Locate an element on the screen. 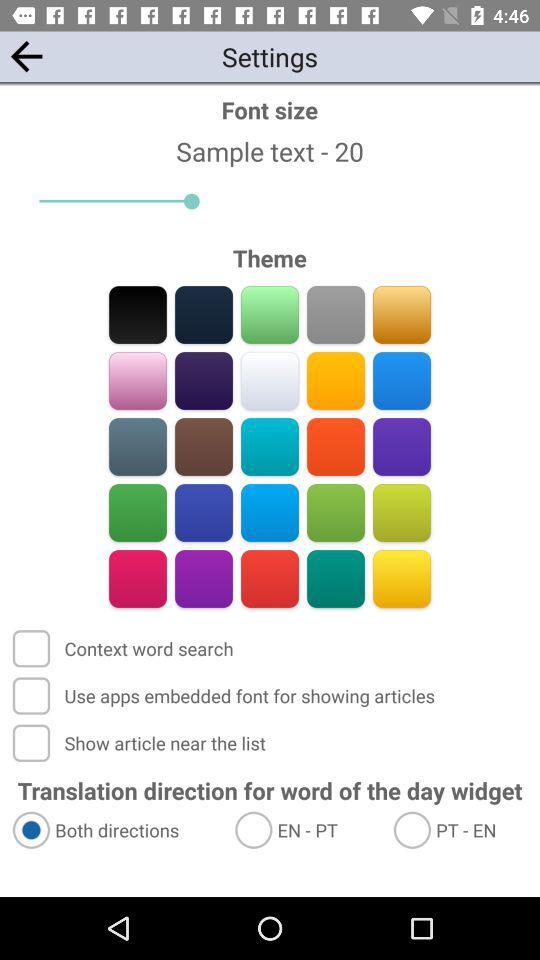 Image resolution: width=540 pixels, height=960 pixels. theme color is located at coordinates (335, 380).